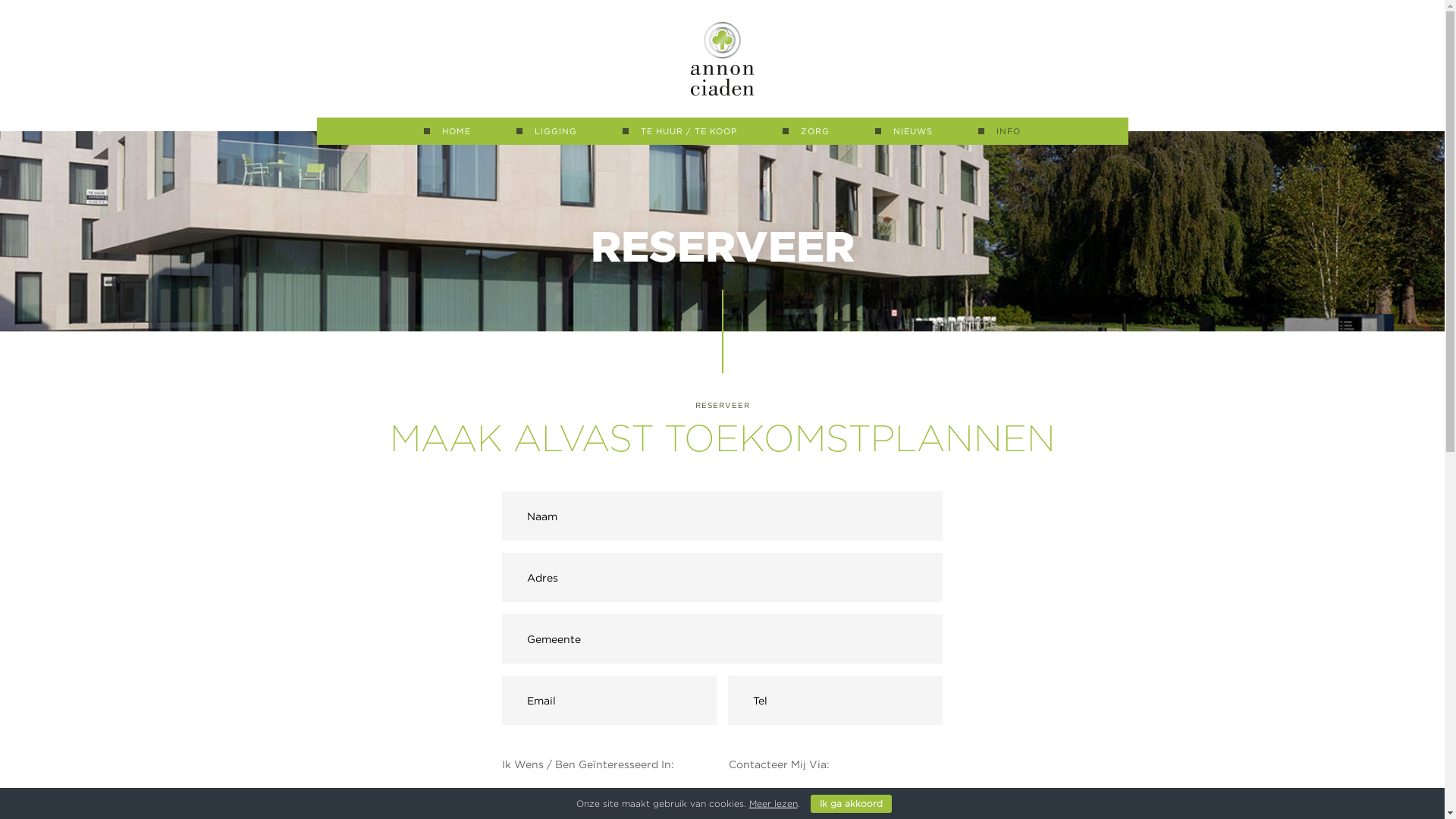 The height and width of the screenshot is (819, 1456). What do you see at coordinates (721, 58) in the screenshot?
I see `'main-logo'` at bounding box center [721, 58].